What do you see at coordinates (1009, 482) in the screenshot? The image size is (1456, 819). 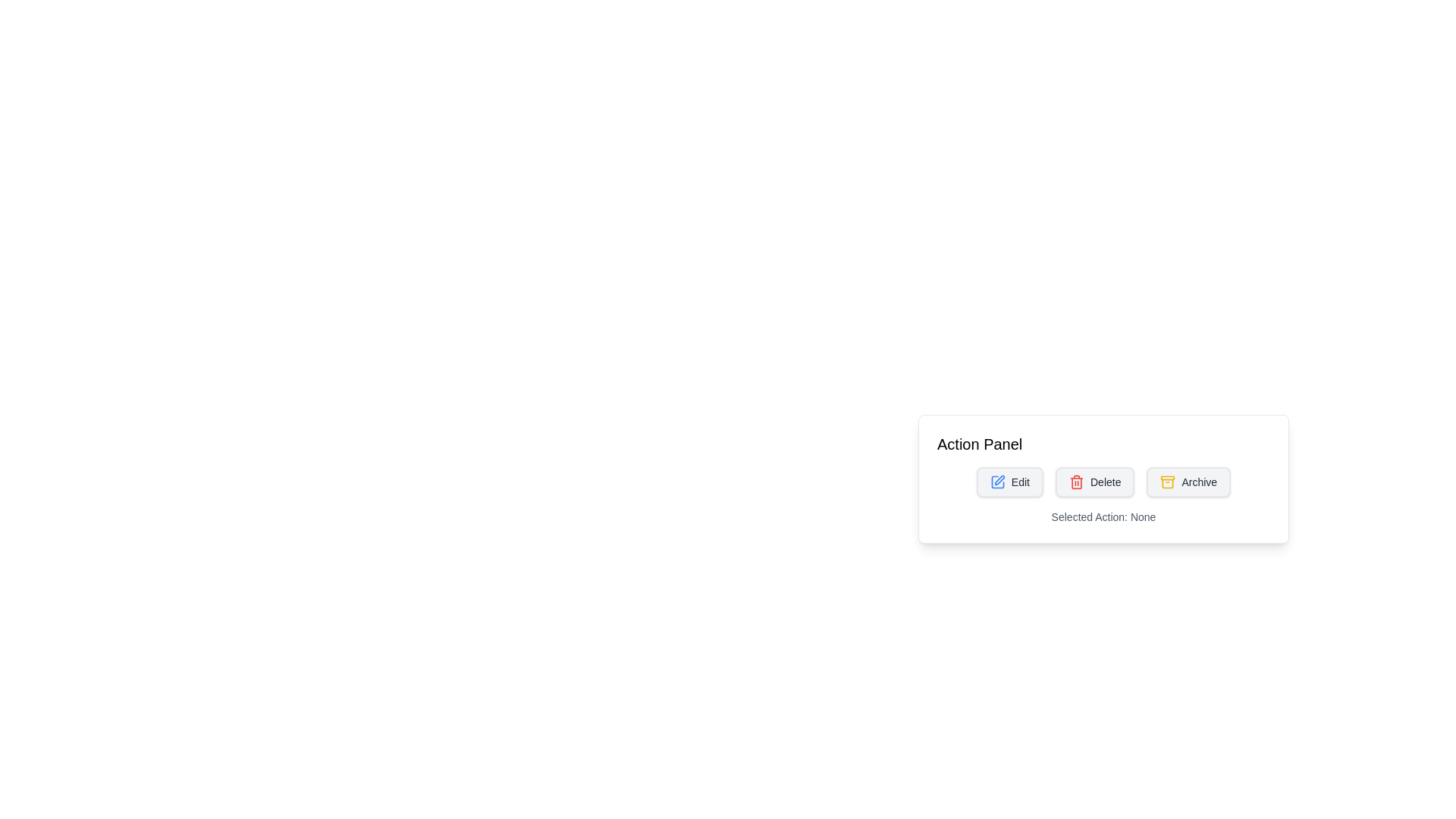 I see `the 'Edit' button located in the central area of the 'Action Panel'` at bounding box center [1009, 482].